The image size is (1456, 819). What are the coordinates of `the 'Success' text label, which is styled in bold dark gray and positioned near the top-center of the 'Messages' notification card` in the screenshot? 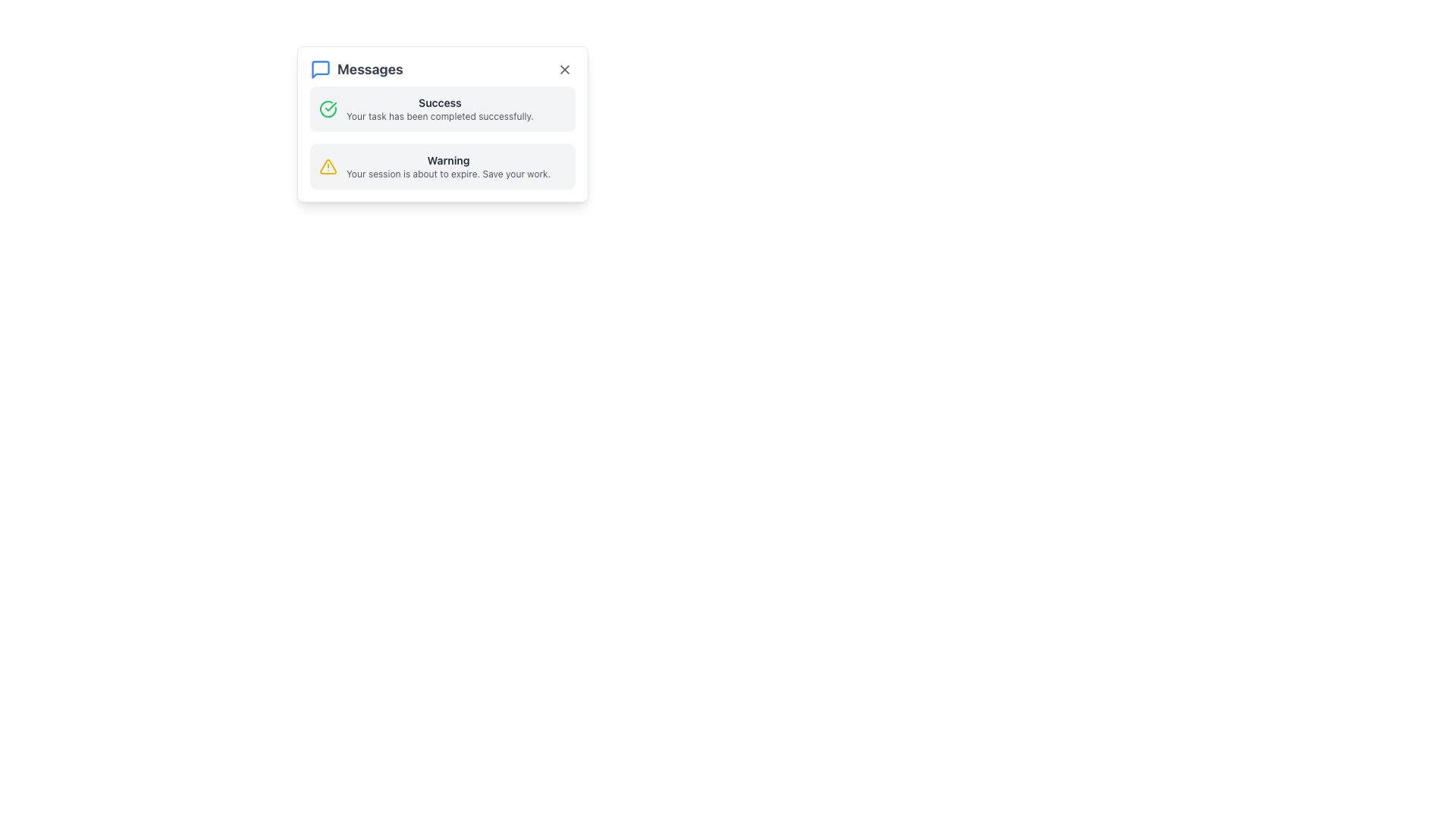 It's located at (439, 102).